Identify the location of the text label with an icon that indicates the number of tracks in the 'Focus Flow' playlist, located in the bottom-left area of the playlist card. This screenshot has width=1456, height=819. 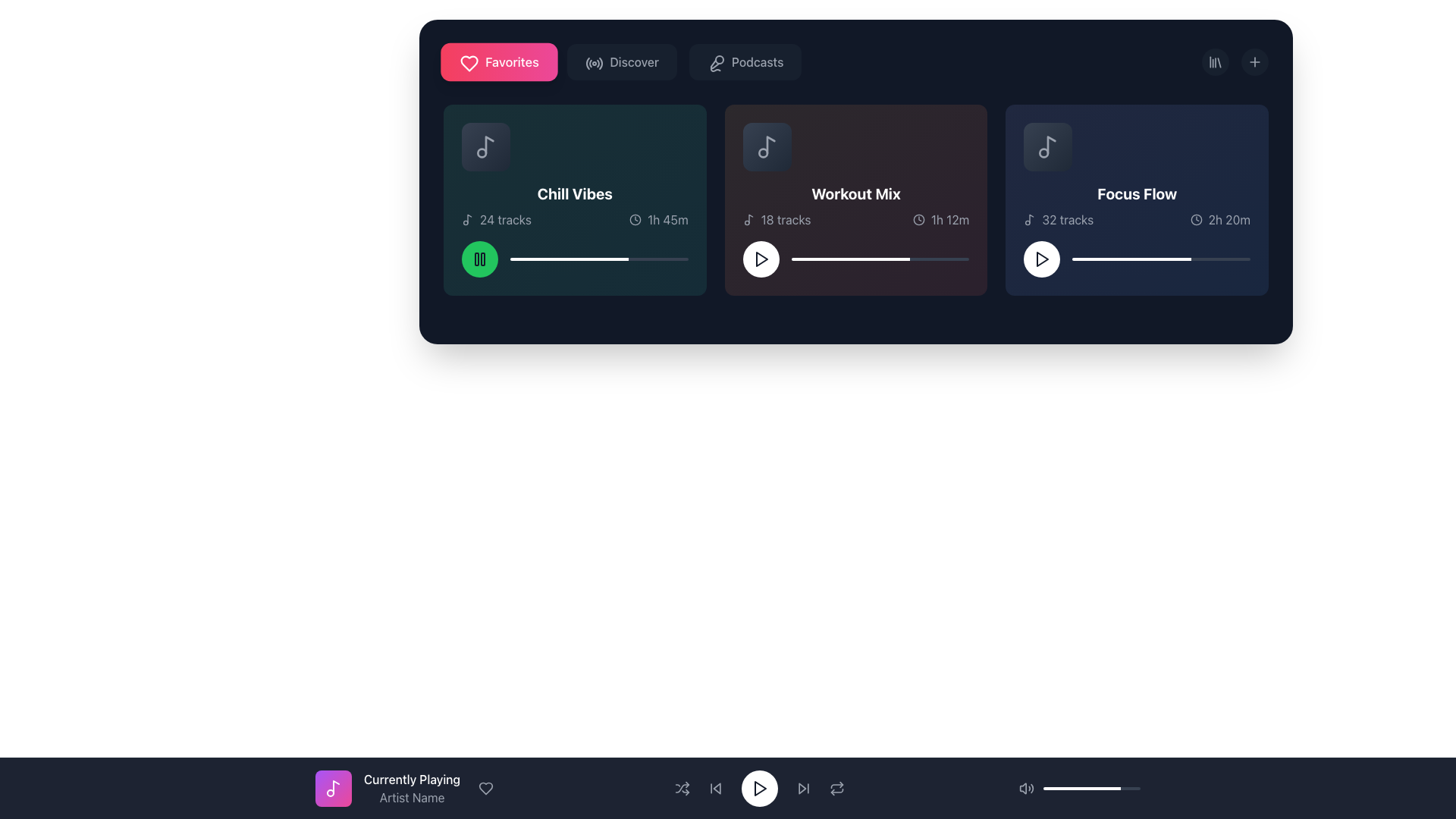
(1058, 219).